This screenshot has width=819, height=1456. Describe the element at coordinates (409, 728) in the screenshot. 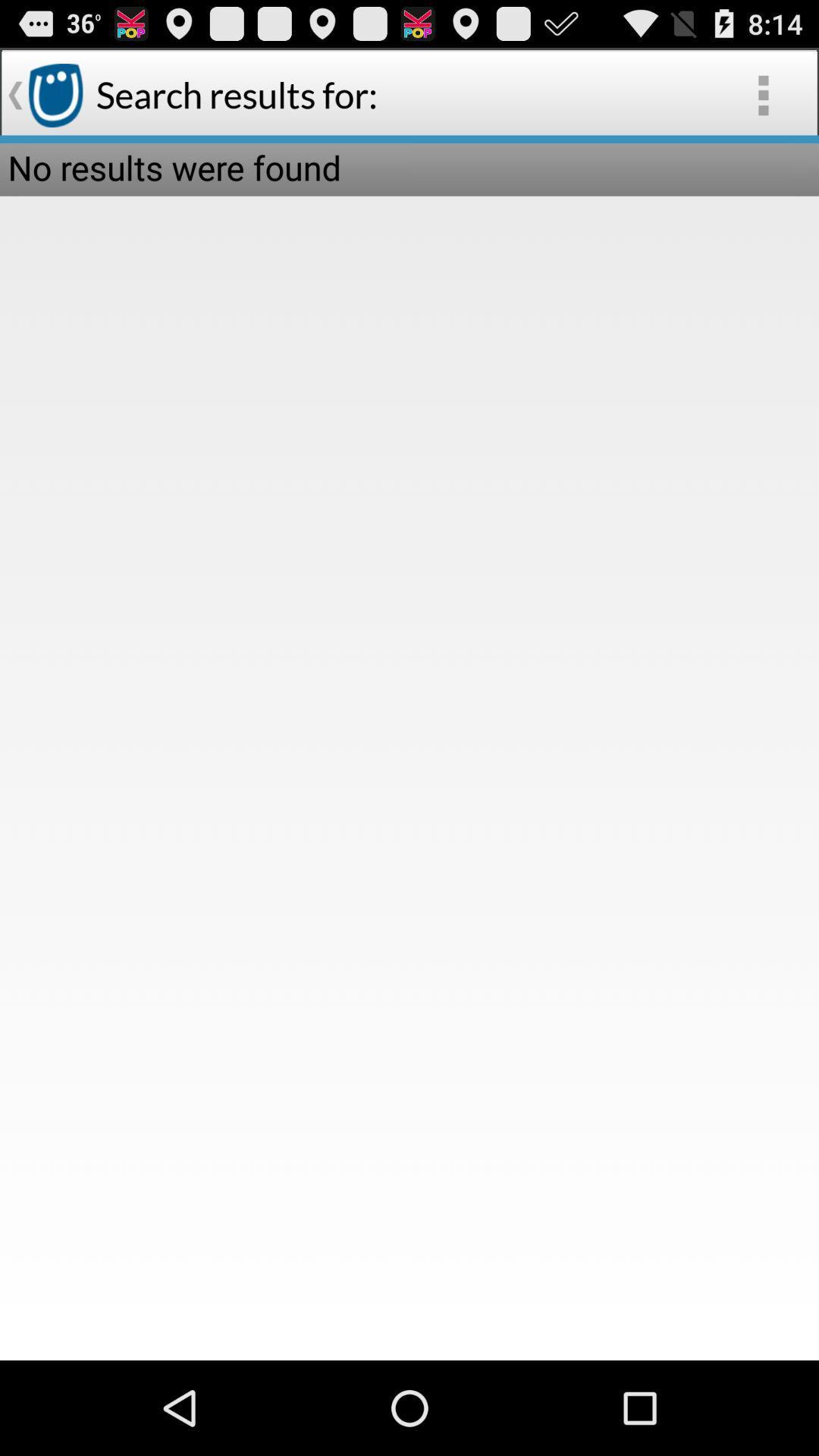

I see `the item at the center` at that location.